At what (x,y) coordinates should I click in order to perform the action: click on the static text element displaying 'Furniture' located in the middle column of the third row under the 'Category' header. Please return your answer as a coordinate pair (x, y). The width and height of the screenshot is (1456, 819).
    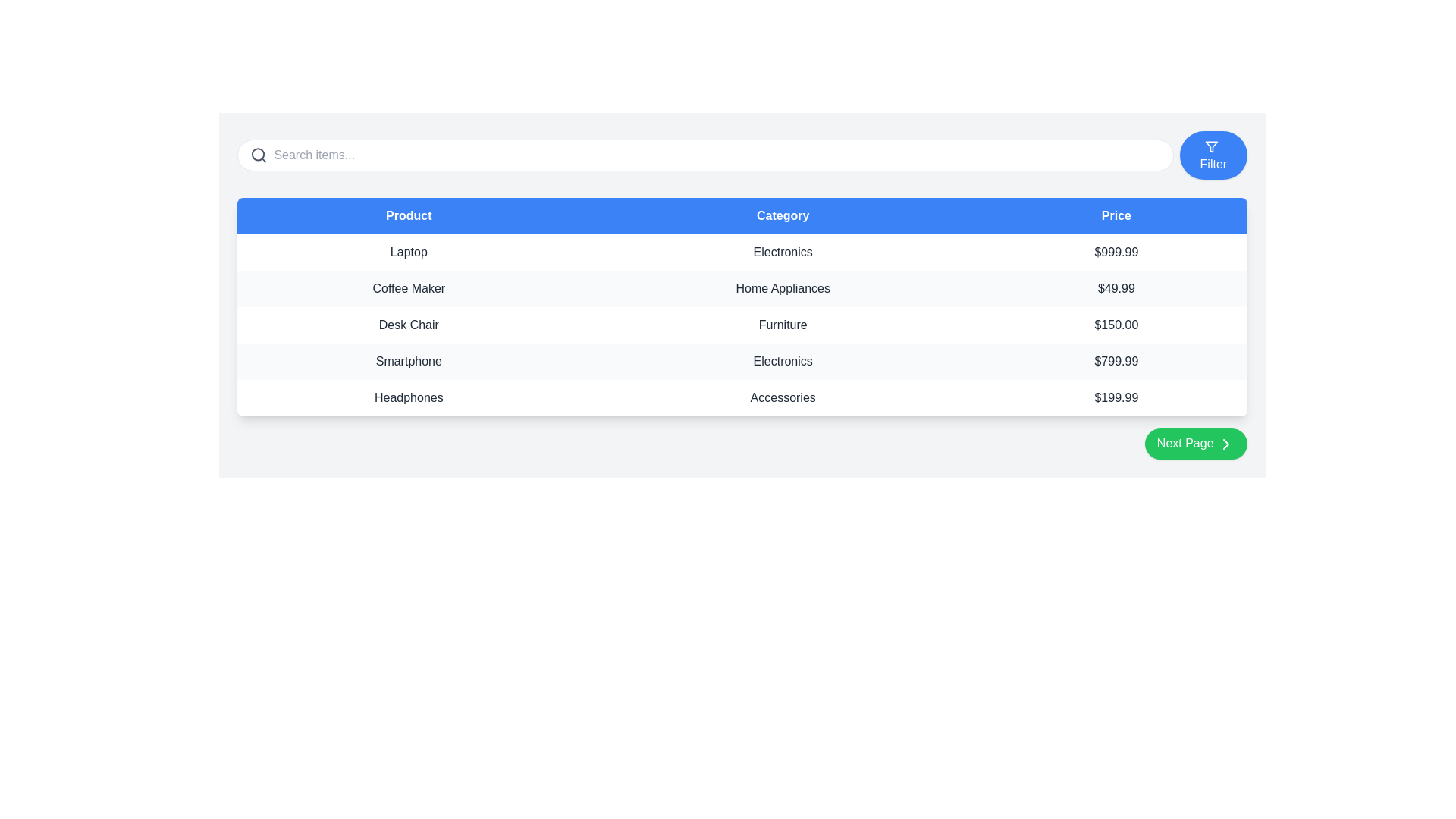
    Looking at the image, I should click on (783, 324).